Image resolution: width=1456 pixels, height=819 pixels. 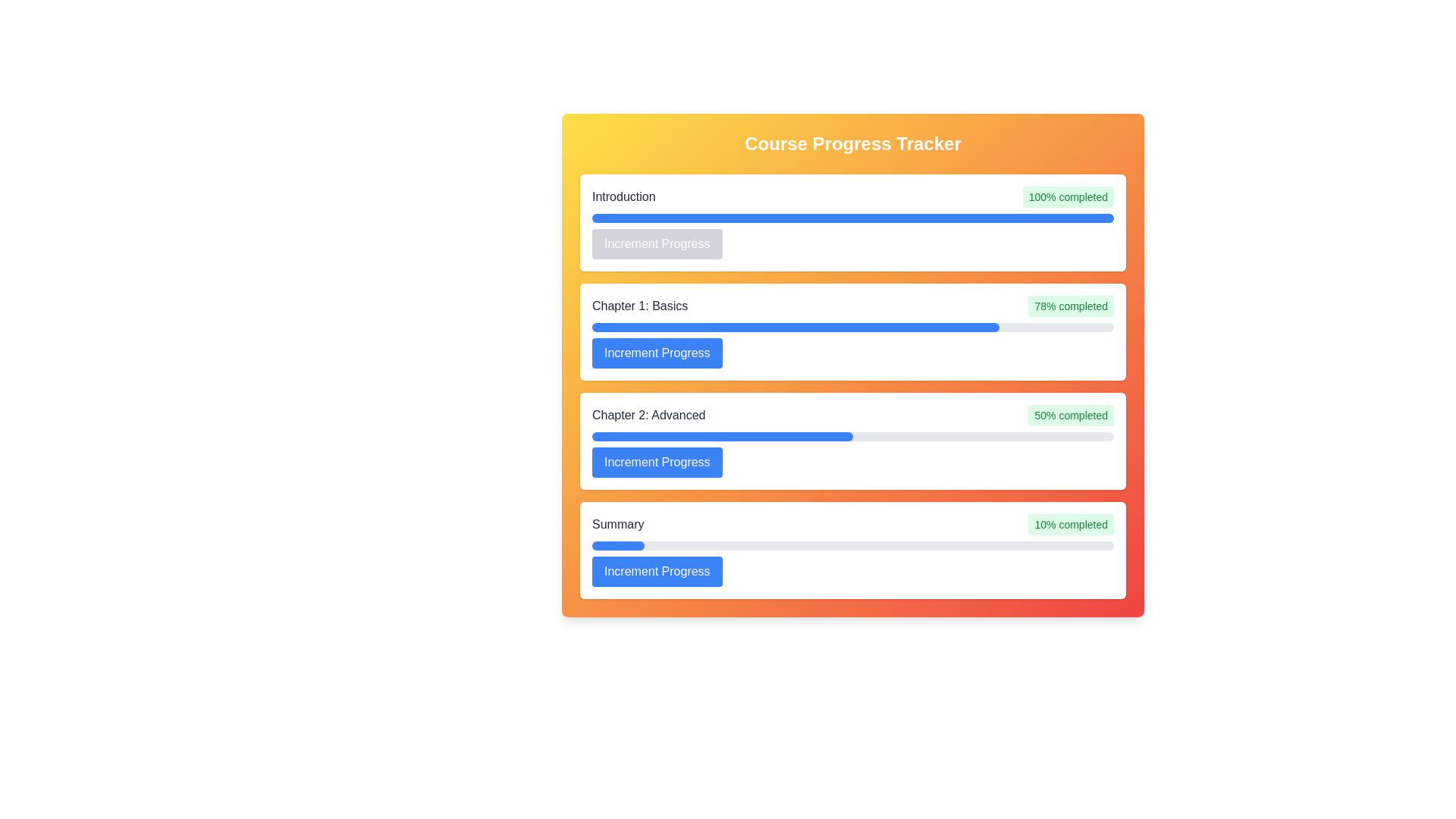 I want to click on the button that increments the progress of the related course section, located under the 'Introduction' heading and beside the '100% completed' label, so click(x=657, y=243).